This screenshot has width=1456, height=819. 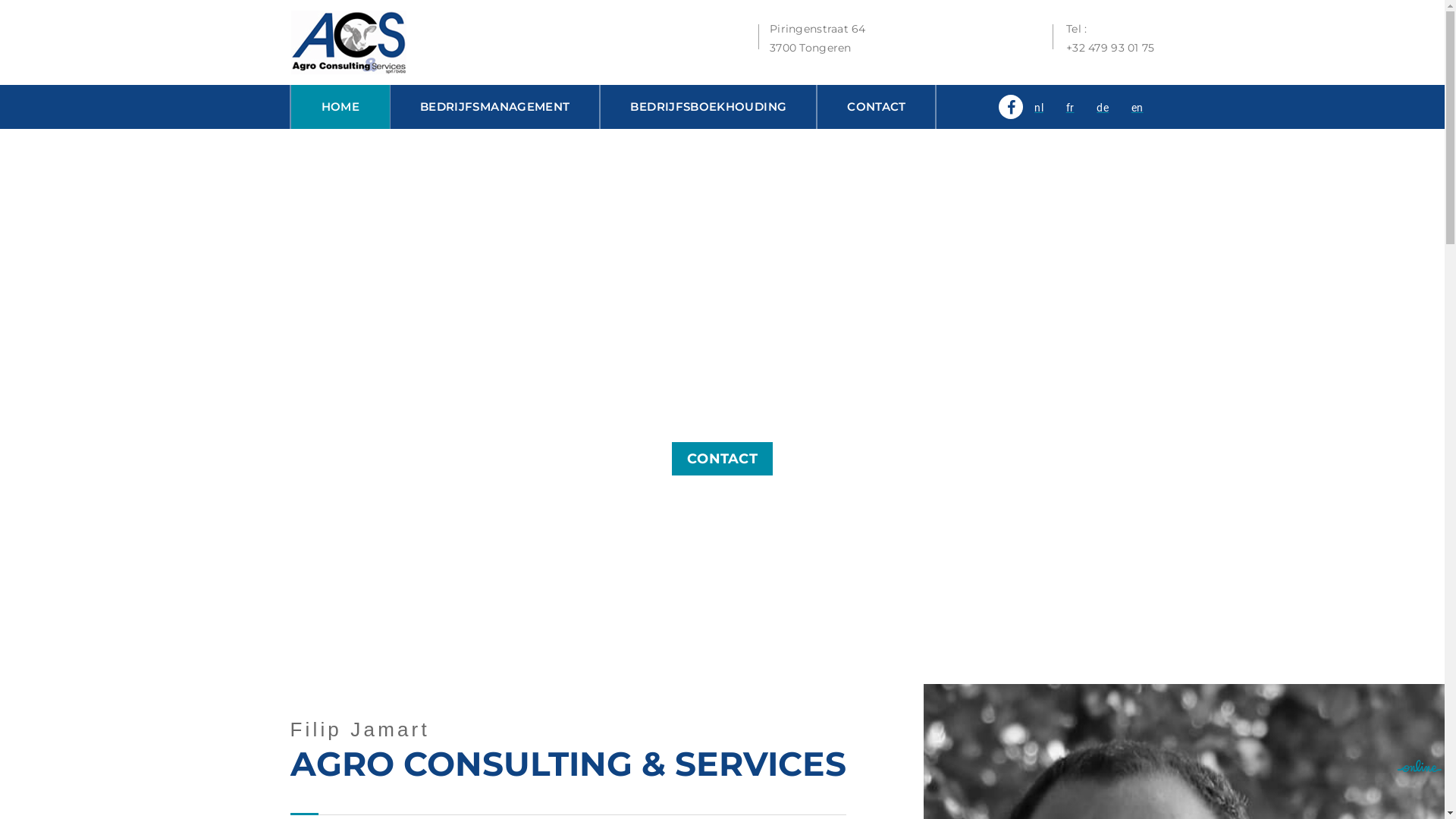 I want to click on 'HOME', so click(x=340, y=106).